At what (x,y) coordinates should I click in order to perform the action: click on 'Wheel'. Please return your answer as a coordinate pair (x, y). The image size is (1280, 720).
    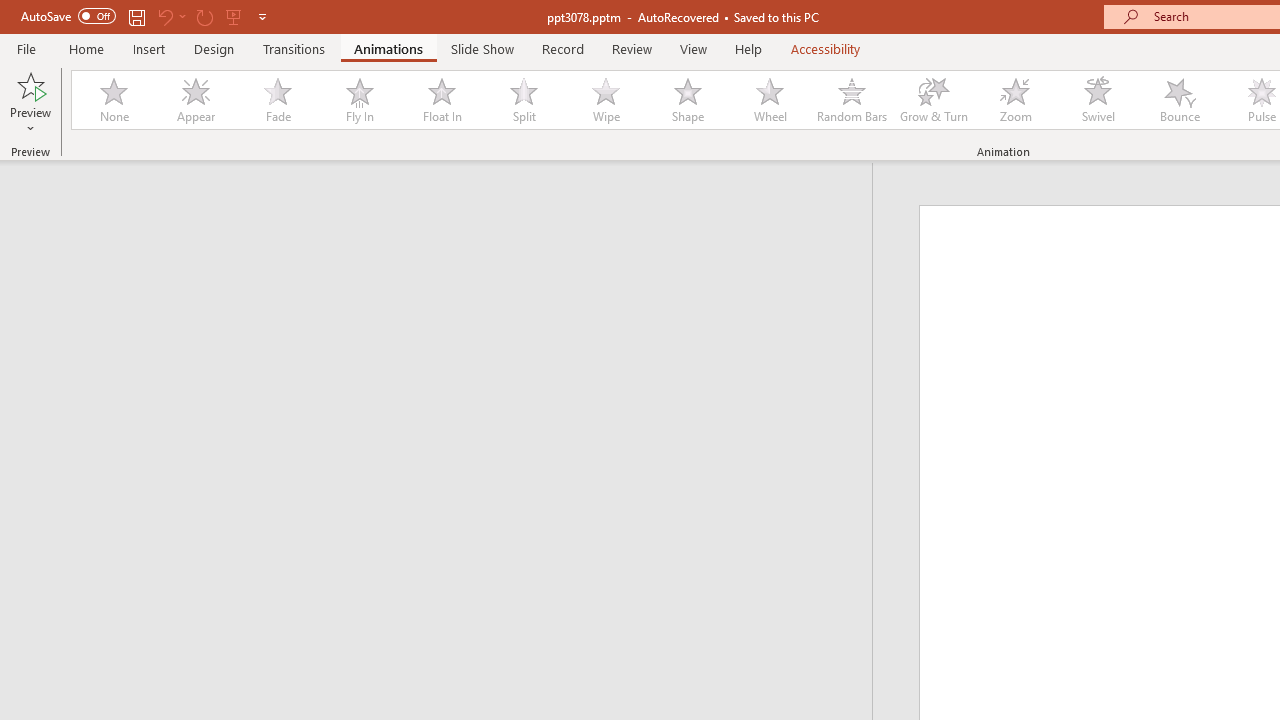
    Looking at the image, I should click on (769, 100).